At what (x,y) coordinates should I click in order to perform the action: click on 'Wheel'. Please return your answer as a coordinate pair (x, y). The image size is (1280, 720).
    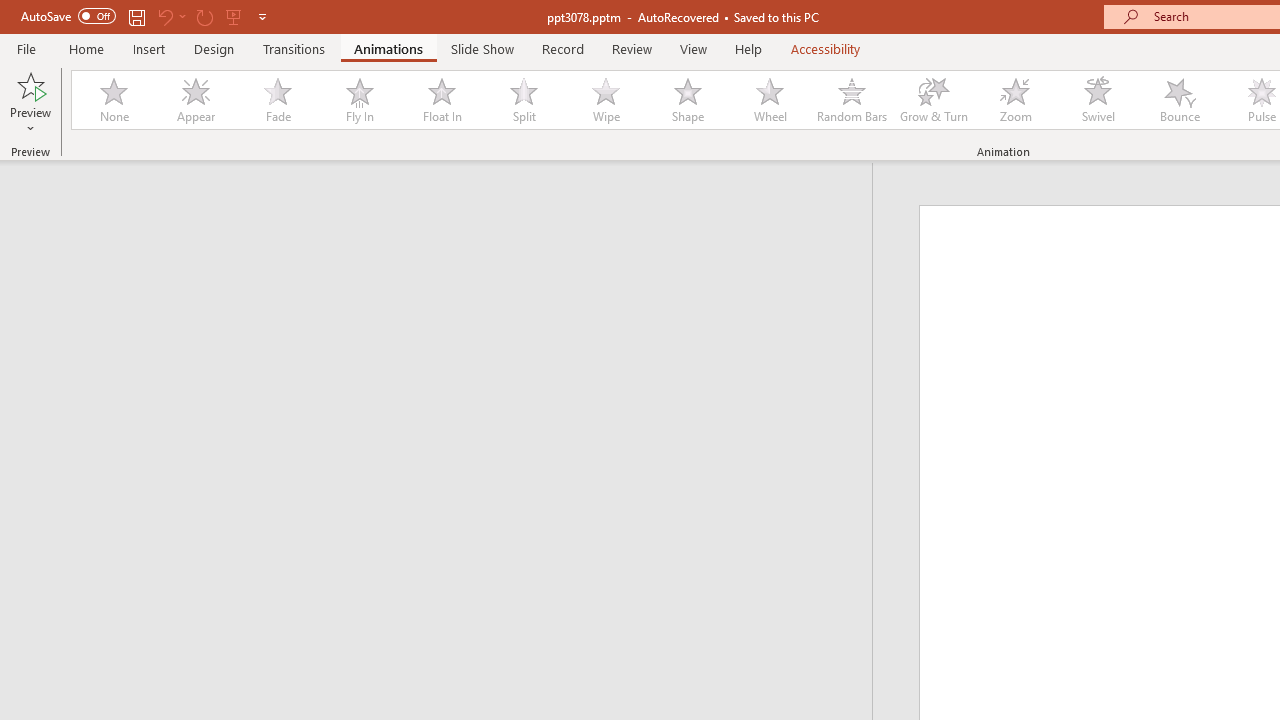
    Looking at the image, I should click on (769, 100).